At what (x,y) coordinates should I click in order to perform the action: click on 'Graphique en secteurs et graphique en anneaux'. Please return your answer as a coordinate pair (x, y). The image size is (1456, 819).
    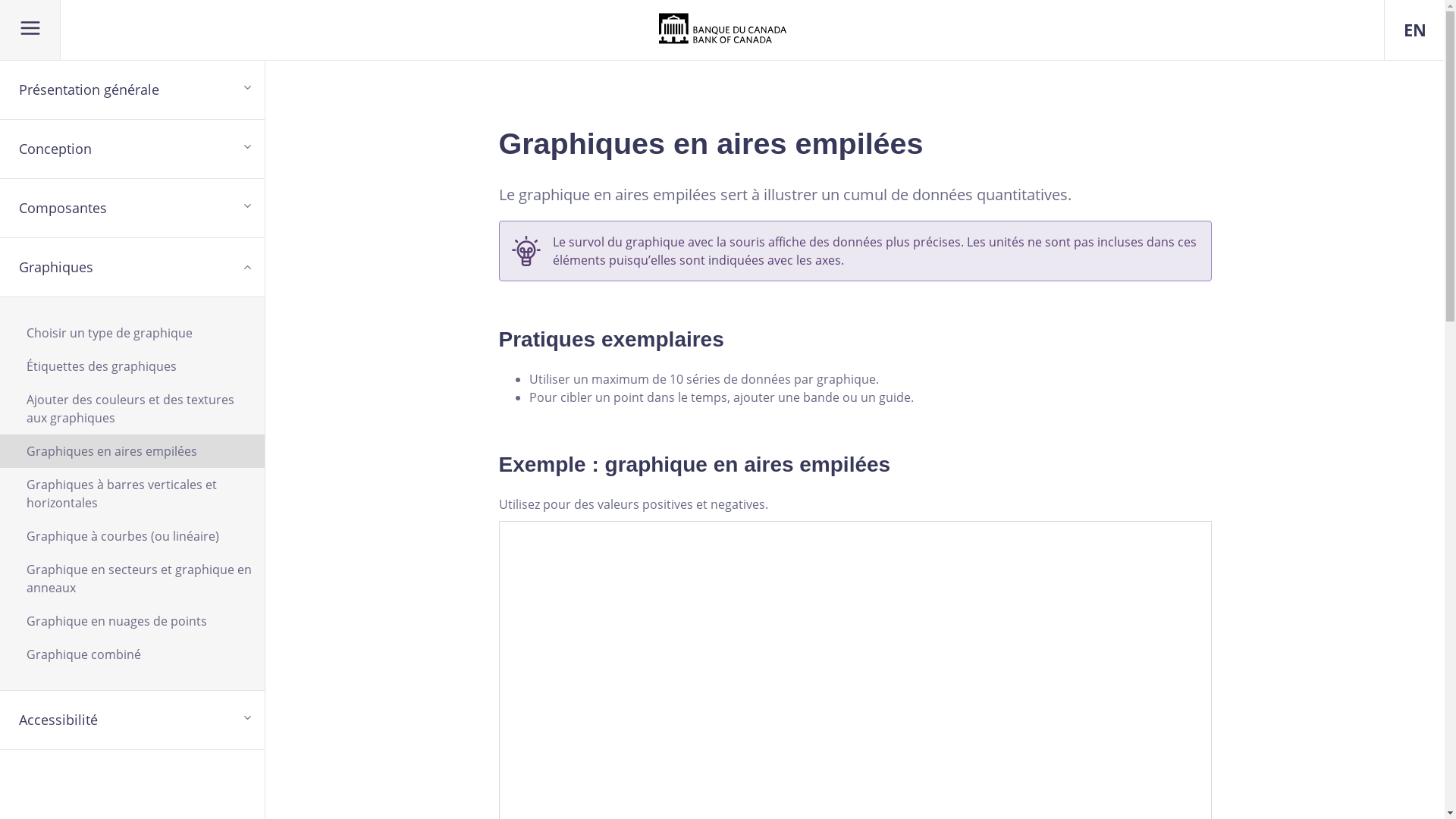
    Looking at the image, I should click on (132, 579).